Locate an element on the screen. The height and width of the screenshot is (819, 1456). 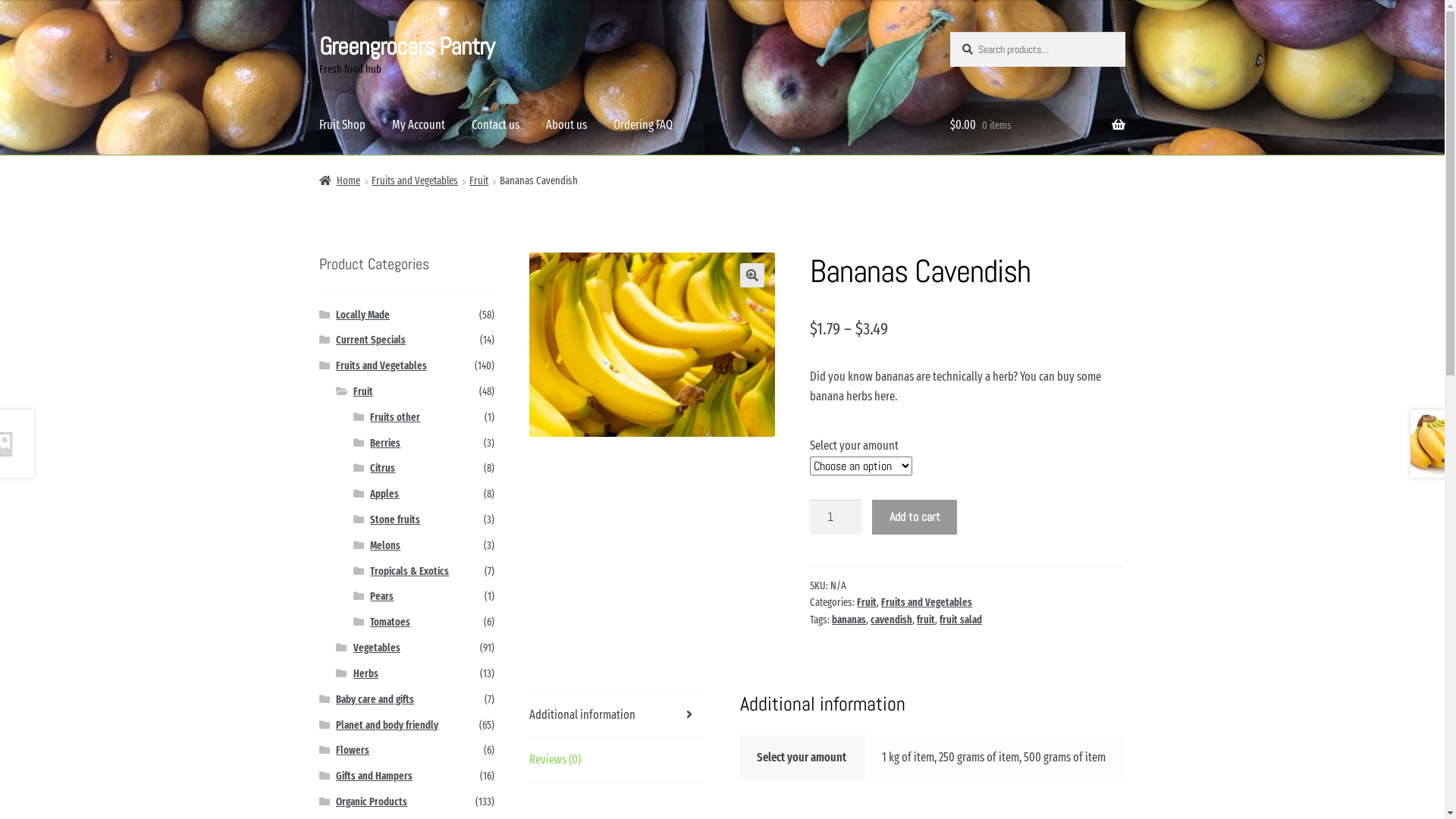
'Flowers' is located at coordinates (334, 749).